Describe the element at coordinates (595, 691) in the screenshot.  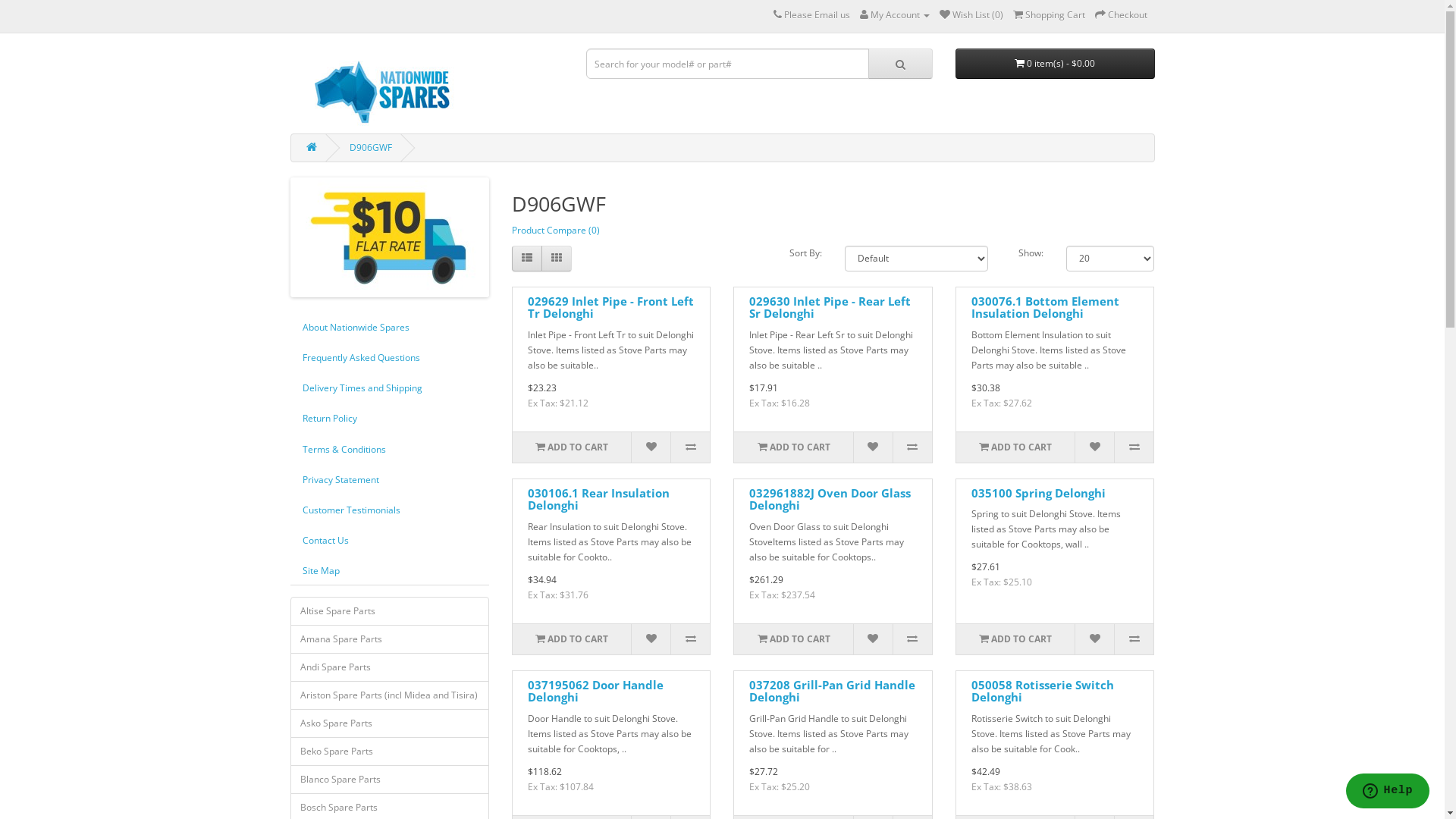
I see `'037195062 Door Handle Delonghi'` at that location.